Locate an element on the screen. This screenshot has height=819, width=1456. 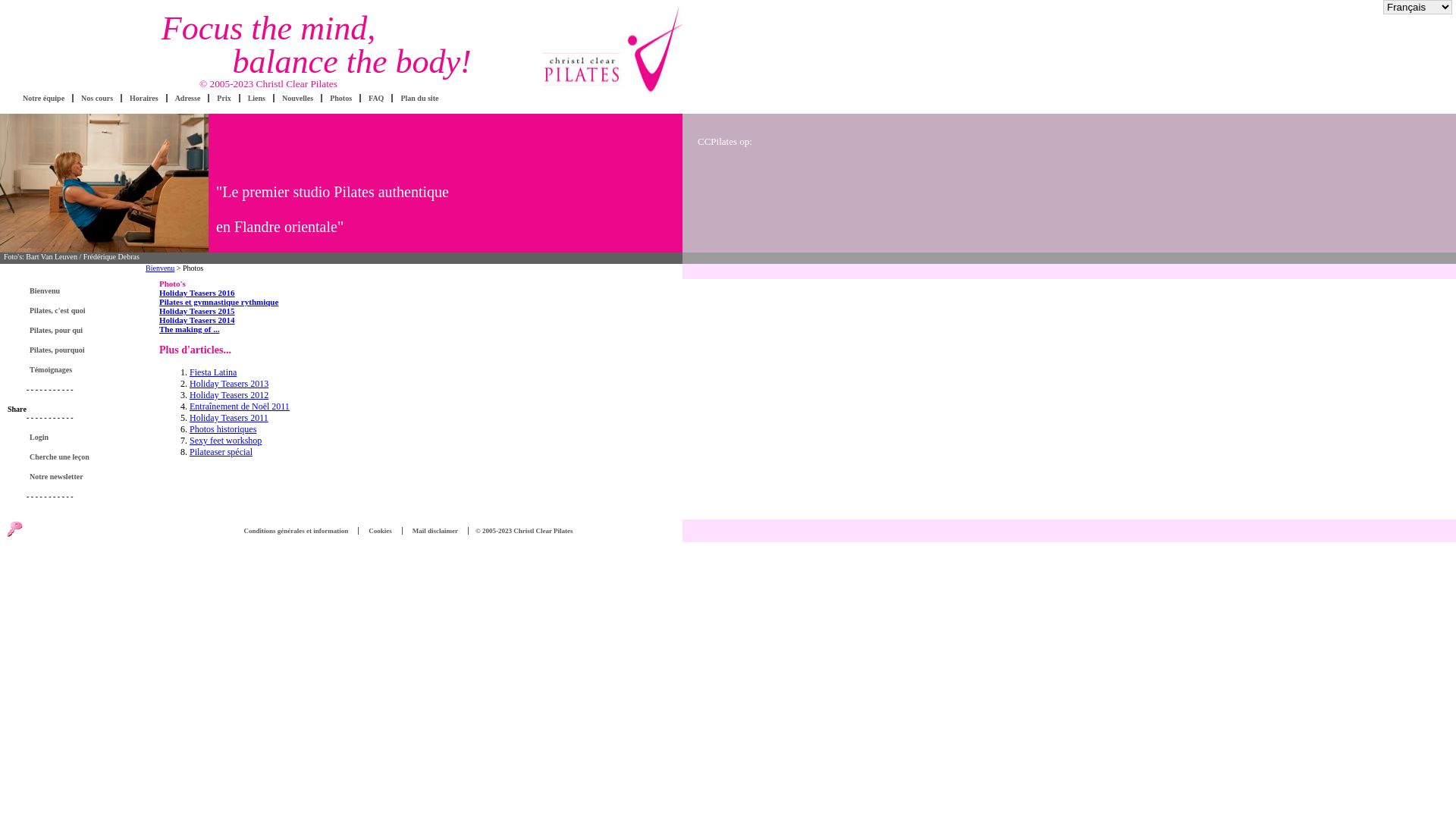
'Holiday Teasers 2014' is located at coordinates (196, 318).